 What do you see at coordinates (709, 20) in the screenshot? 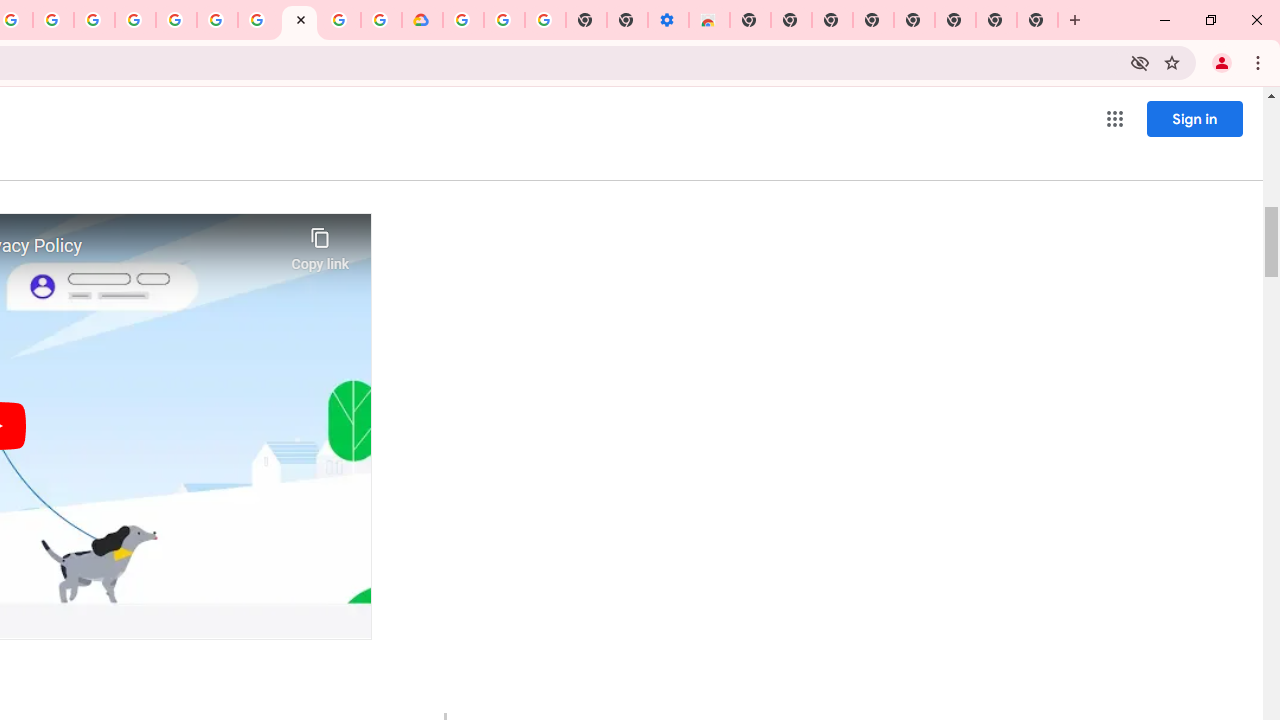
I see `'Chrome Web Store - Accessibility extensions'` at bounding box center [709, 20].